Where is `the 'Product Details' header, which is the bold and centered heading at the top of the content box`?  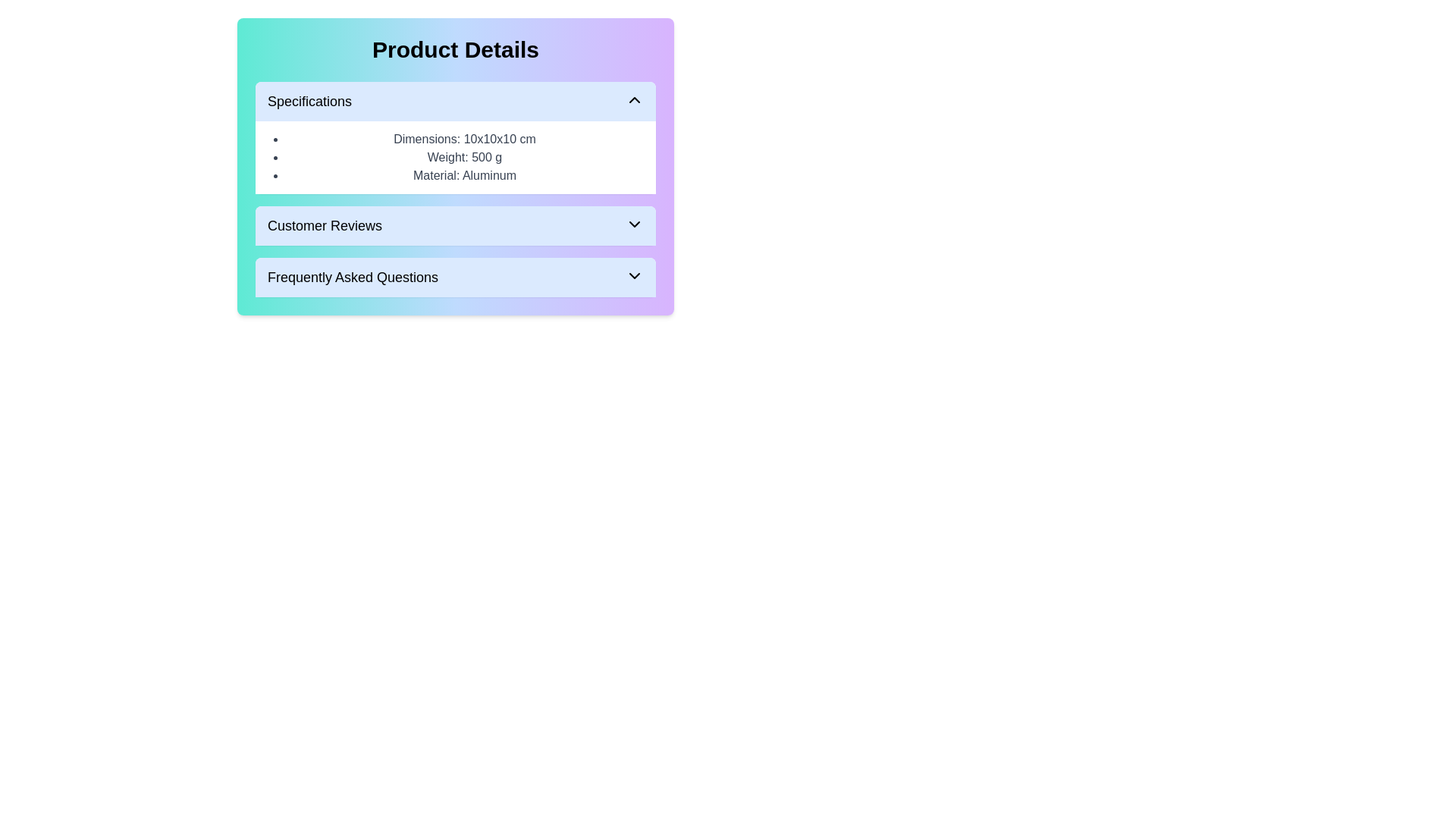 the 'Product Details' header, which is the bold and centered heading at the top of the content box is located at coordinates (454, 49).